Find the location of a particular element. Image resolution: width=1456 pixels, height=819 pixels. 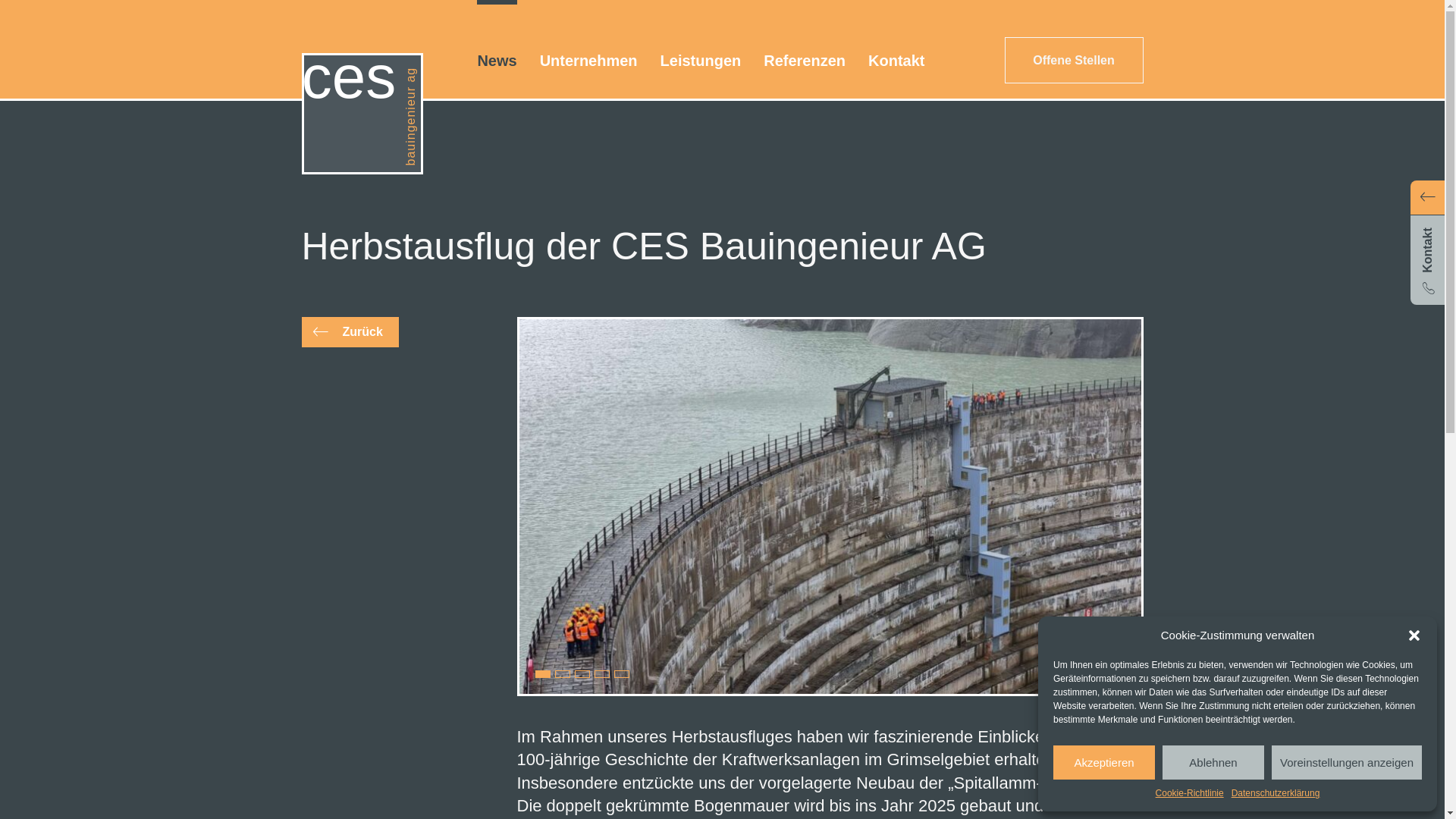

'Unternehmen' is located at coordinates (588, 60).